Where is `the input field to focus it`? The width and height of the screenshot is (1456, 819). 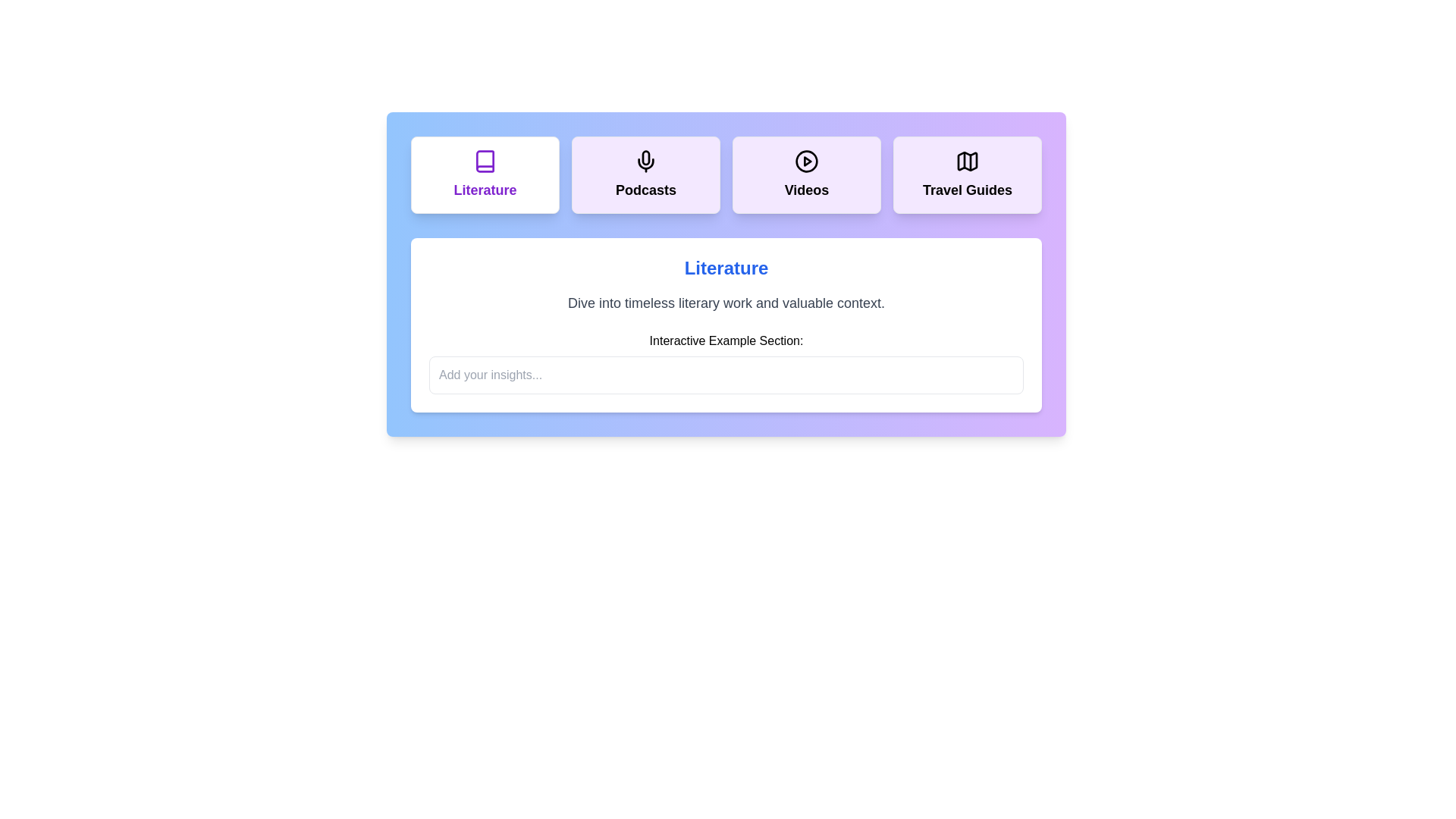
the input field to focus it is located at coordinates (726, 375).